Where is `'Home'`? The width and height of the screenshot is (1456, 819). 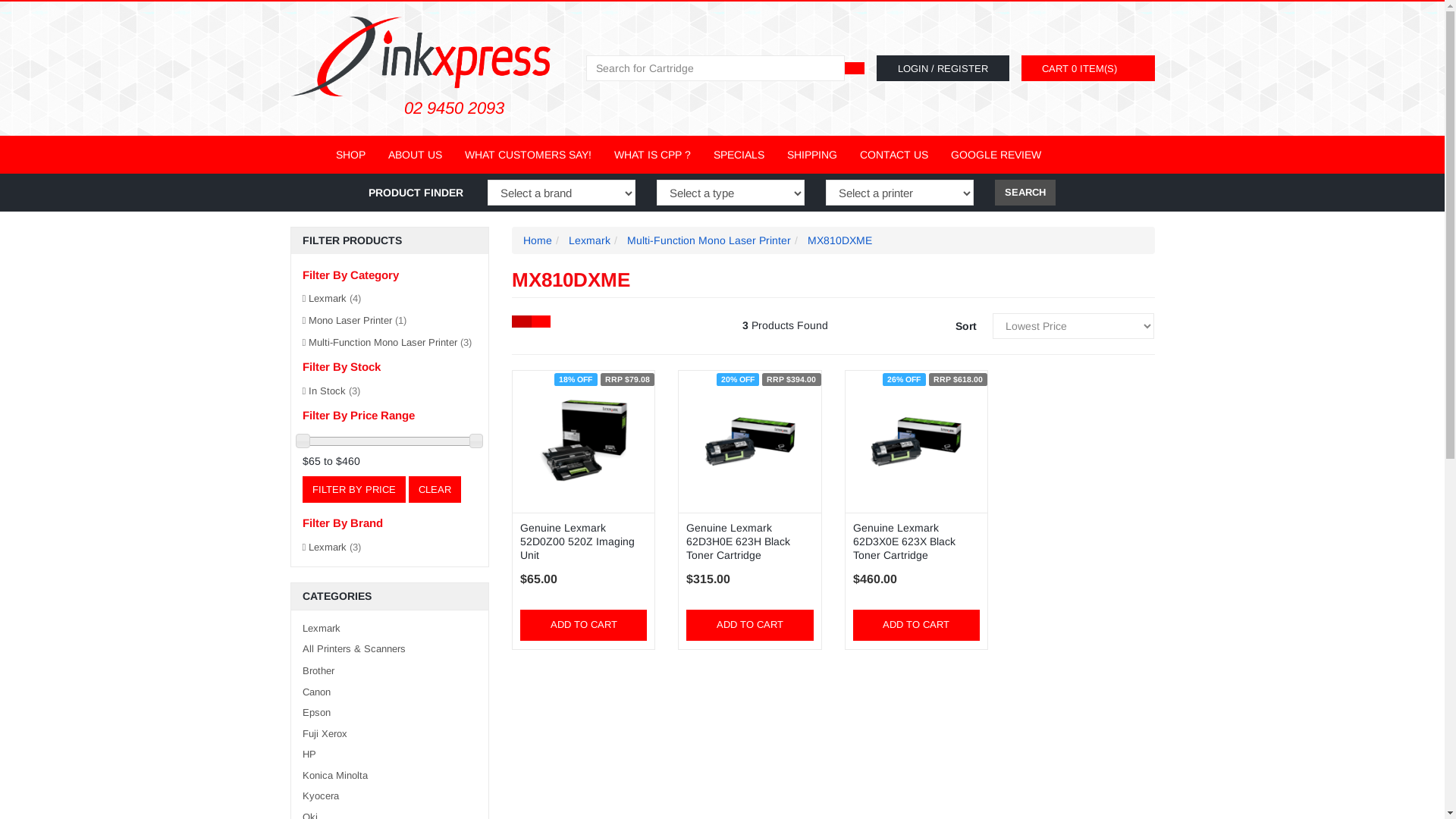
'Home' is located at coordinates (538, 239).